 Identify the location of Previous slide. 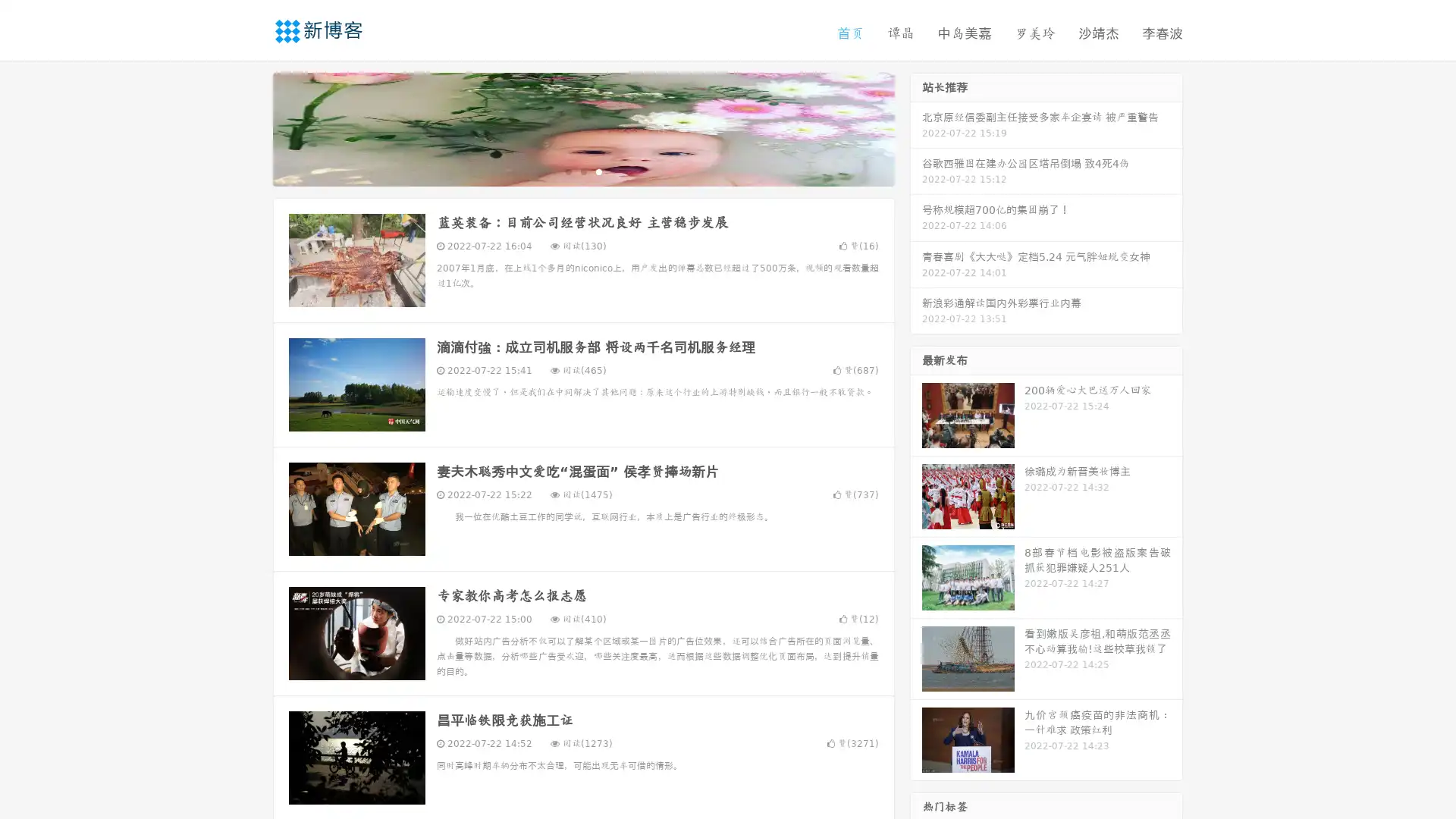
(250, 127).